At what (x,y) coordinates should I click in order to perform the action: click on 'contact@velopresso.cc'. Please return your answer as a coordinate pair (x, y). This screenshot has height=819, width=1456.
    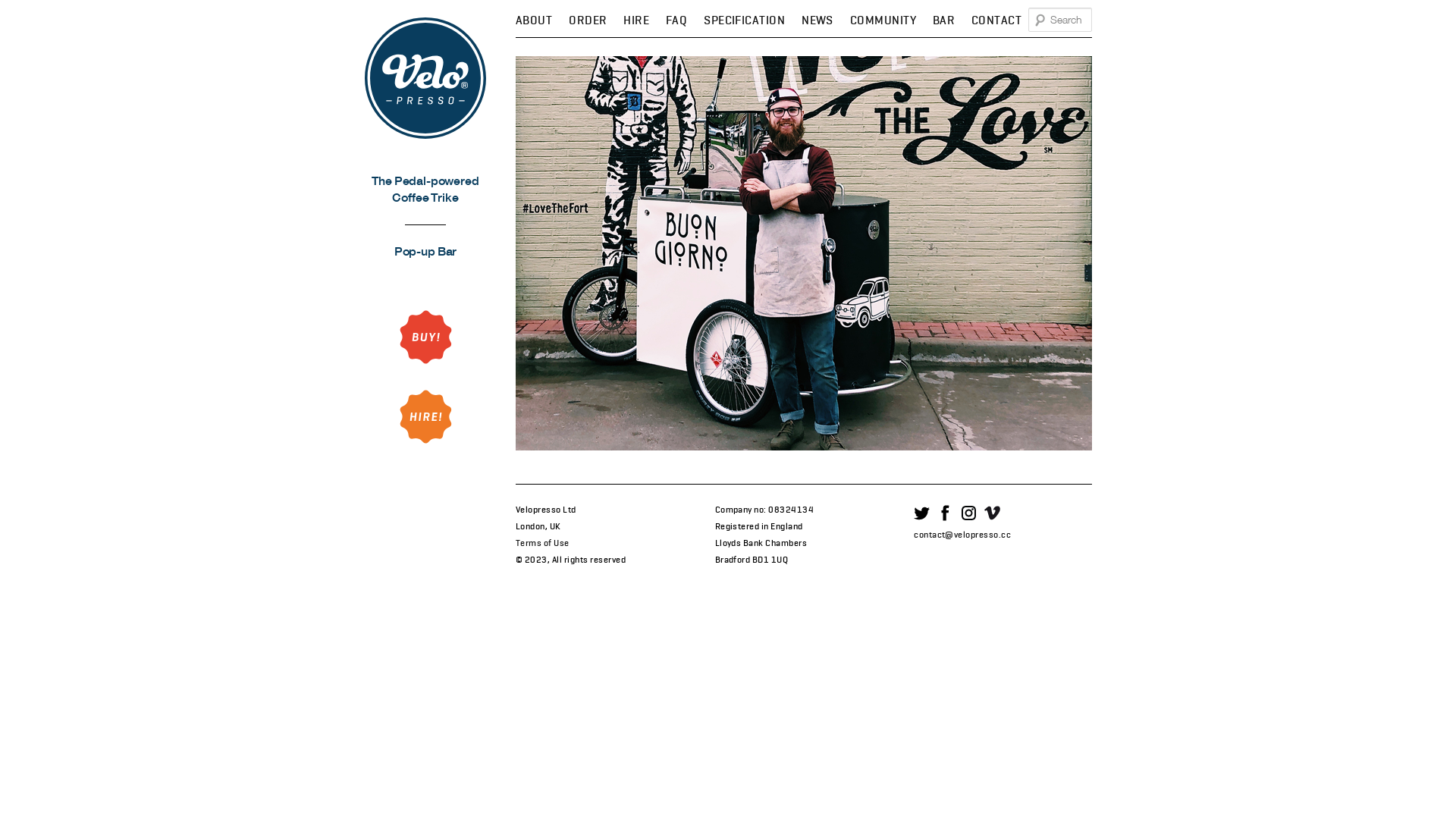
    Looking at the image, I should click on (961, 533).